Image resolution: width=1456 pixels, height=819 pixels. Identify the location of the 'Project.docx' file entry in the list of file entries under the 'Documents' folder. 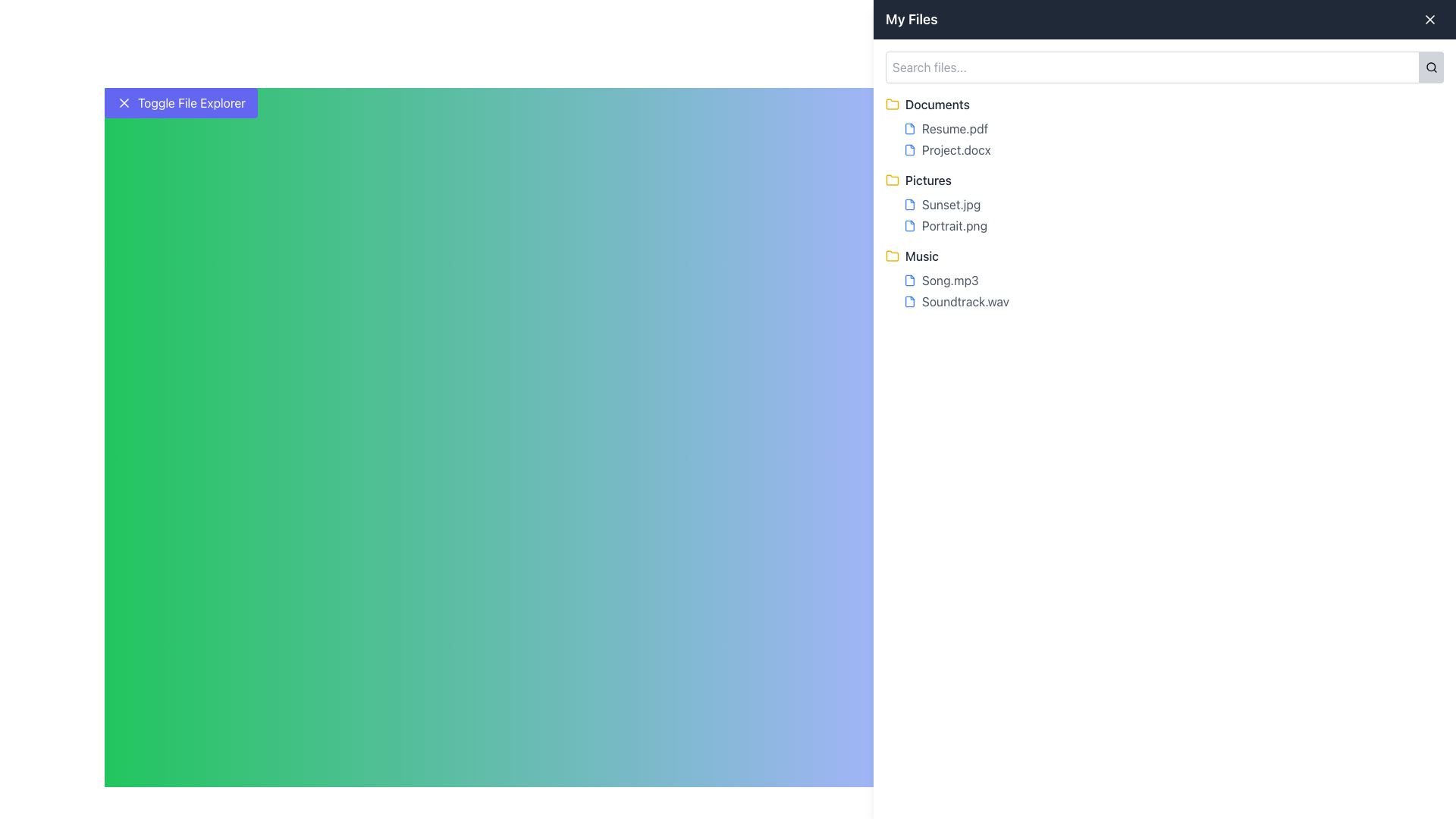
(1164, 140).